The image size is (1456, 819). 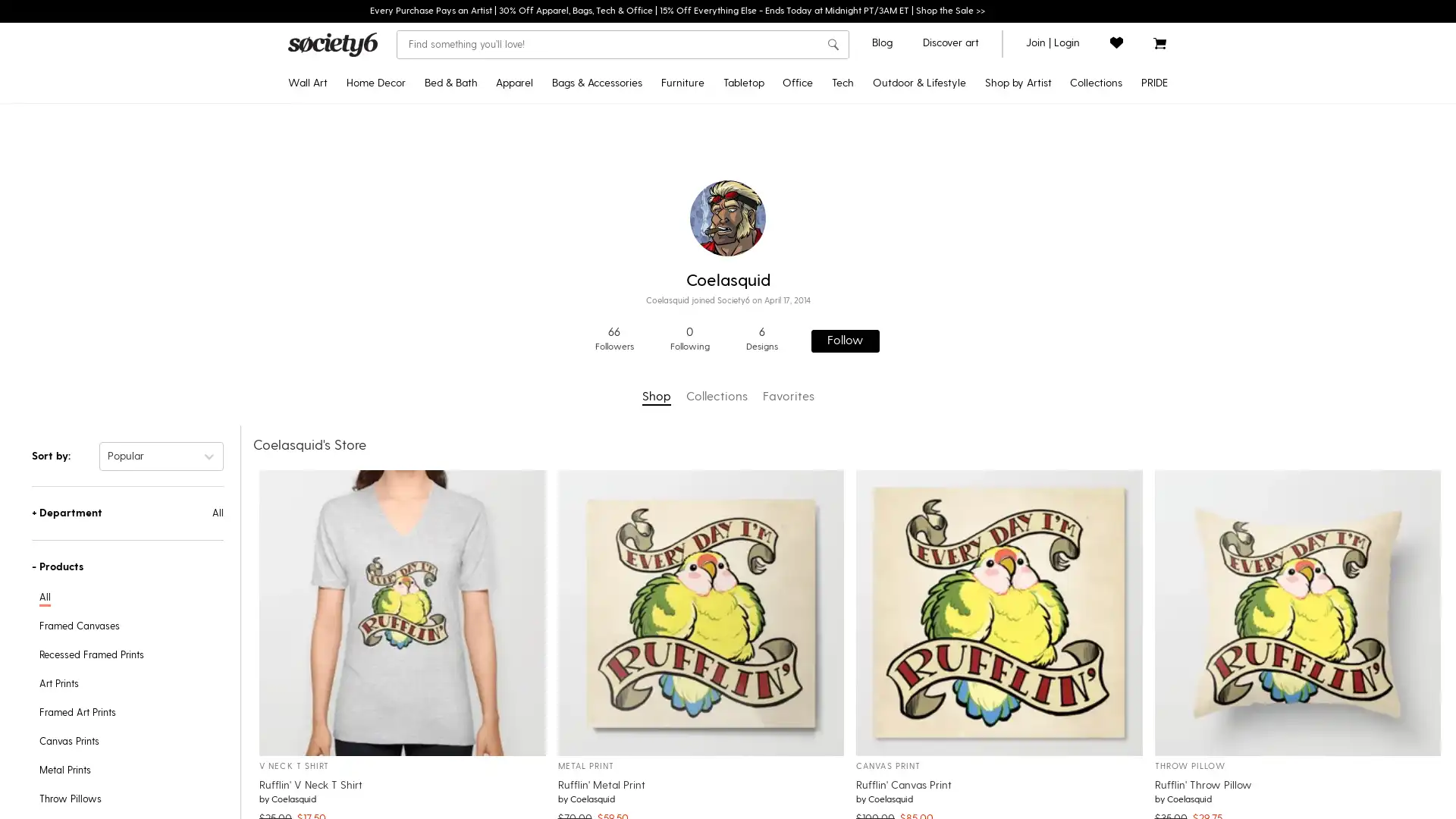 I want to click on Desk MatsNEW, so click(x=835, y=121).